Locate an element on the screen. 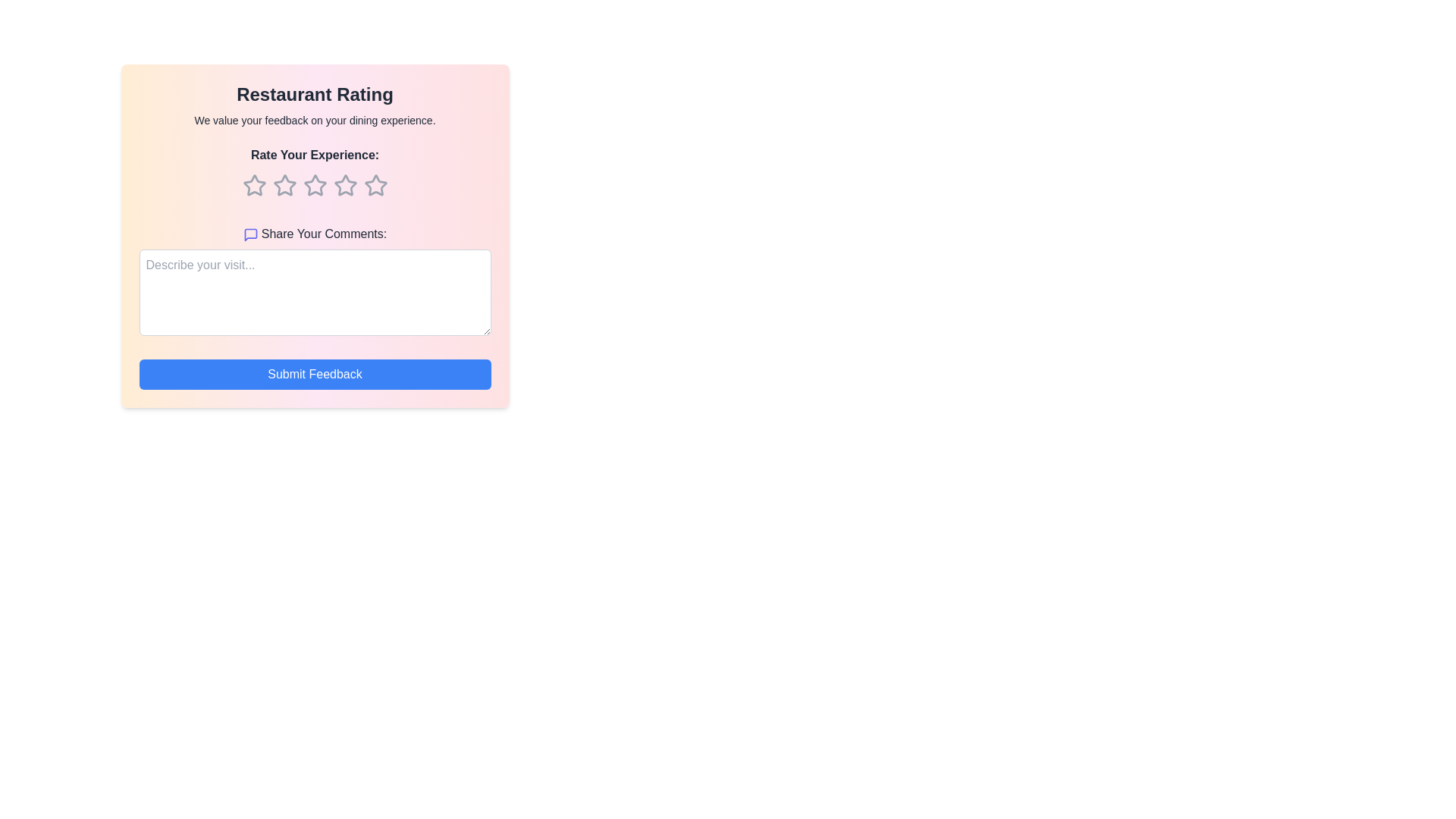 The height and width of the screenshot is (819, 1456). the icon located to the left of the 'Share Your Comments:' text label in the feedback form interface is located at coordinates (250, 234).